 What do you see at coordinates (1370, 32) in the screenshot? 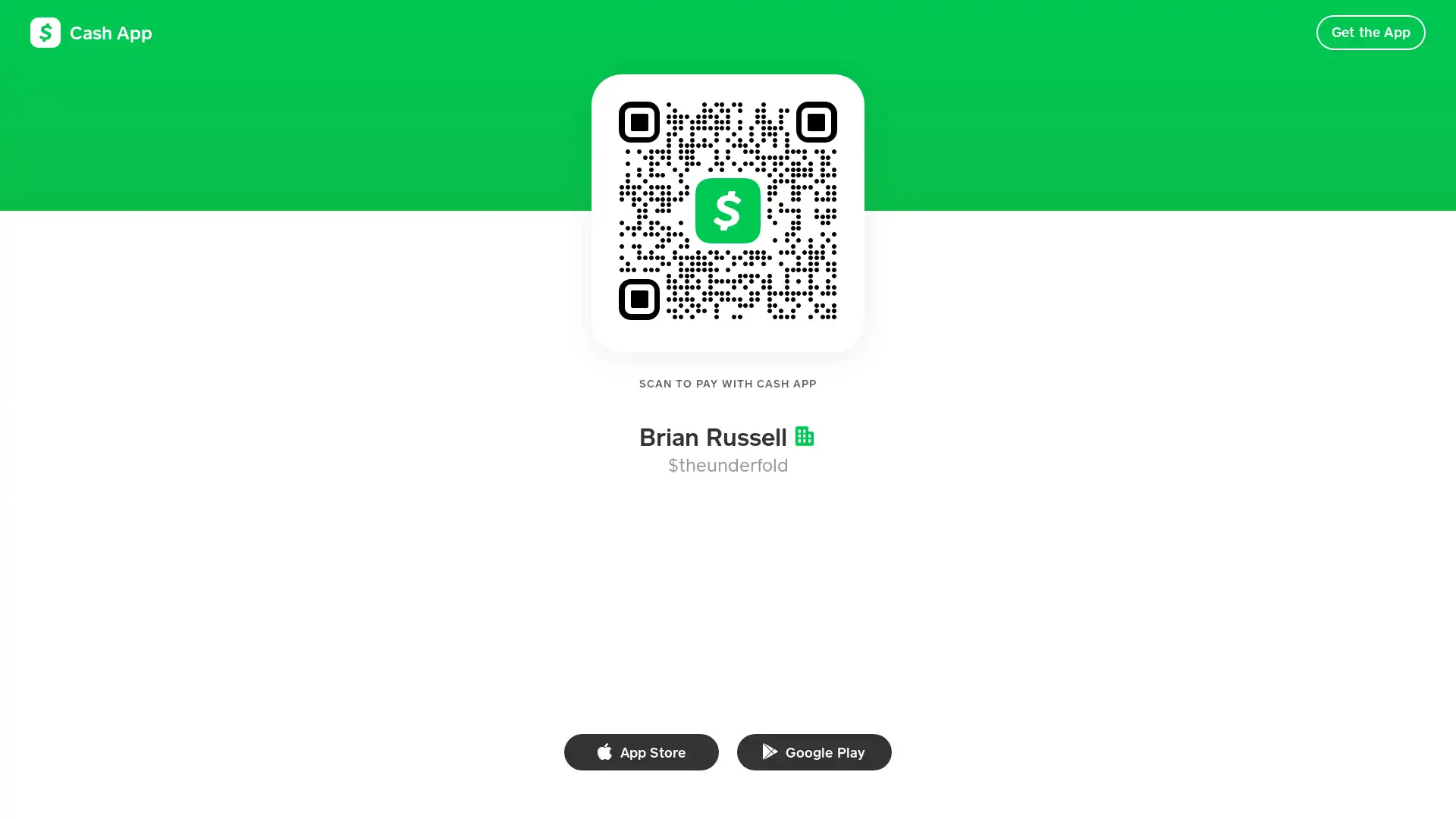
I see `Get the App` at bounding box center [1370, 32].